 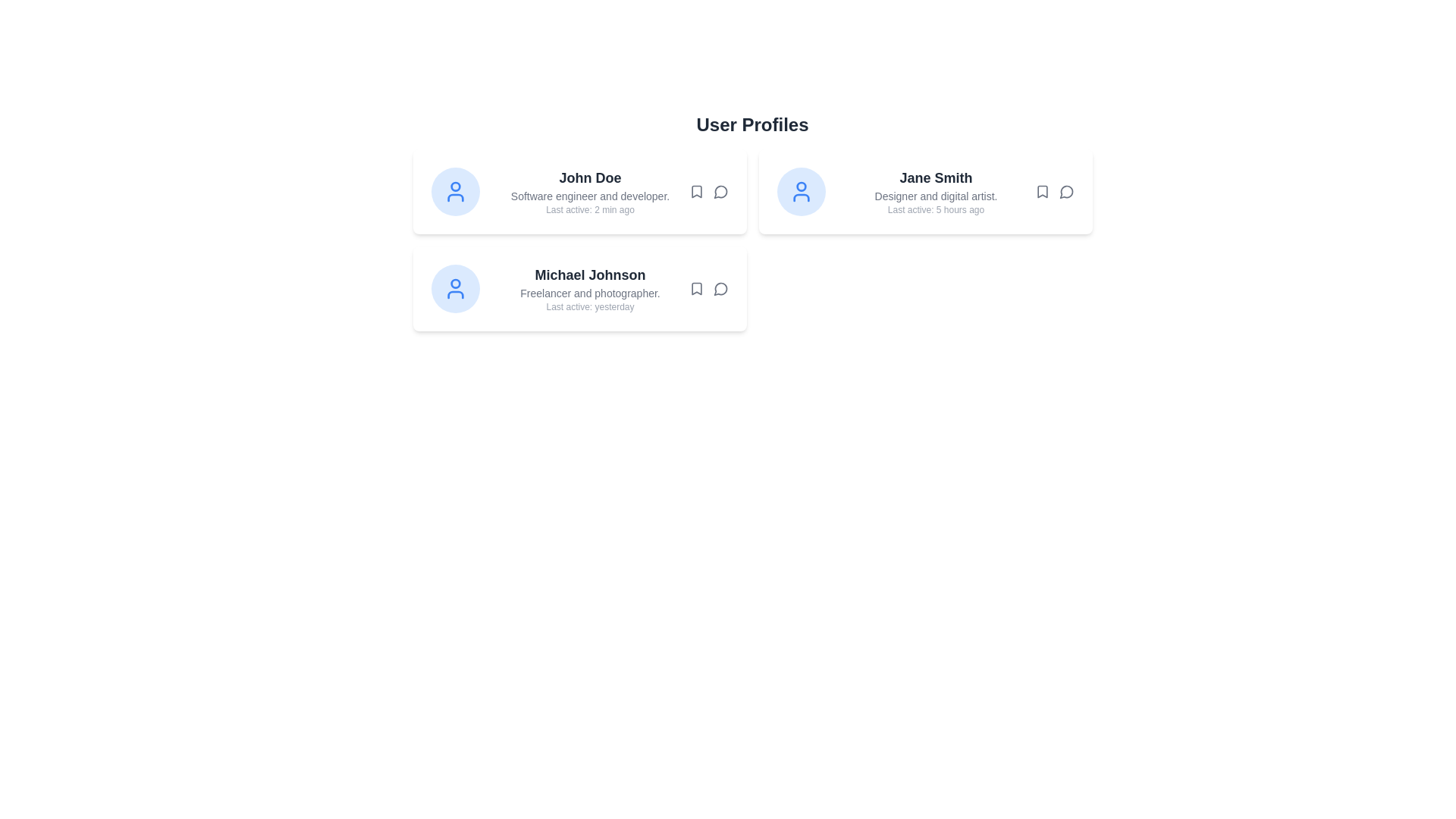 I want to click on information displayed in the text component of the user profile card located in the top-right section of the grid, which includes the user's name, profession, and recent activity timestamp, so click(x=935, y=191).